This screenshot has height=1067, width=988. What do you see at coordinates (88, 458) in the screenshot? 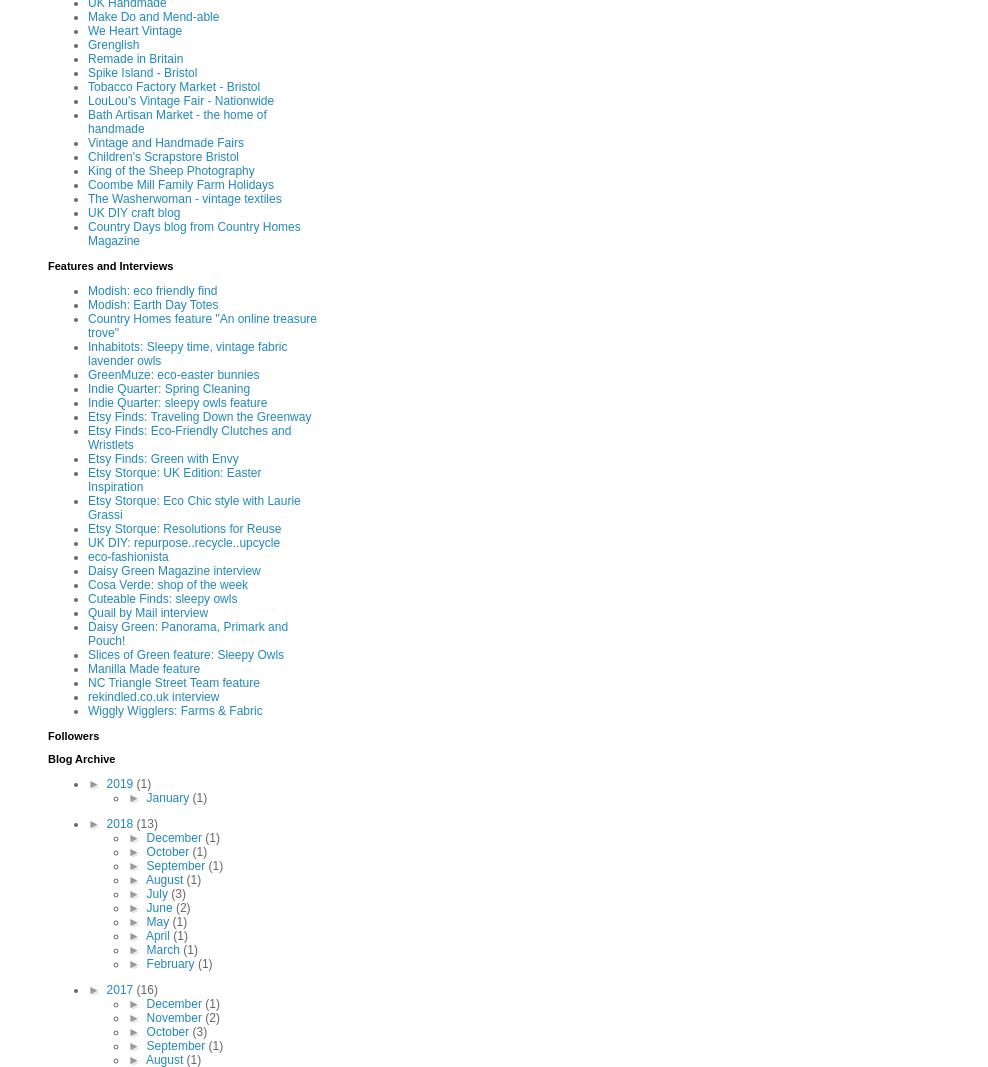
I see `'Etsy Finds: Green with Envy'` at bounding box center [88, 458].